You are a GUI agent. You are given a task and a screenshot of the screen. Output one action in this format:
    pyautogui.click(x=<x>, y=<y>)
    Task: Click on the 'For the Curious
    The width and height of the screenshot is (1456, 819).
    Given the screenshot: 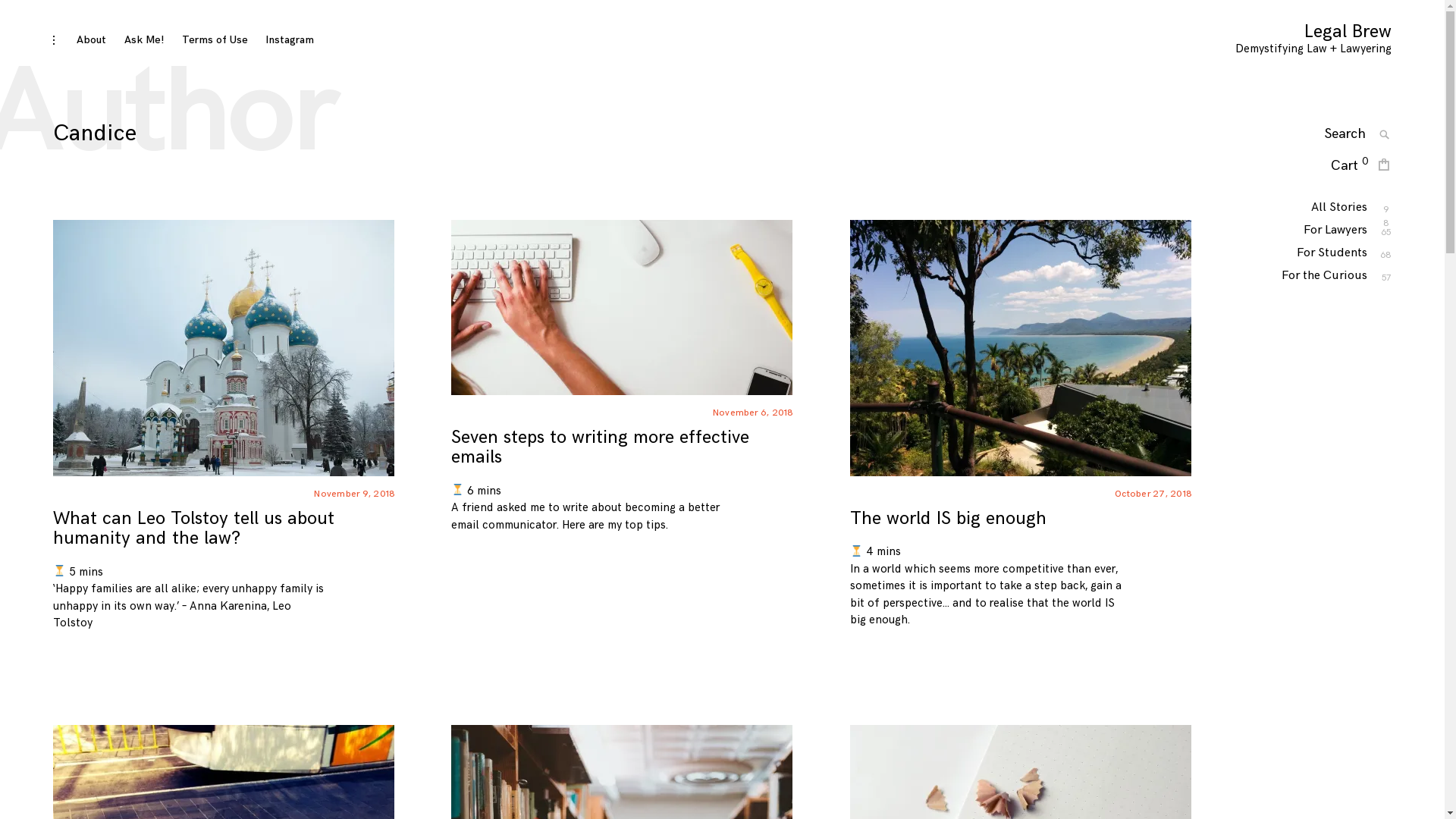 What is the action you would take?
    pyautogui.click(x=1323, y=275)
    